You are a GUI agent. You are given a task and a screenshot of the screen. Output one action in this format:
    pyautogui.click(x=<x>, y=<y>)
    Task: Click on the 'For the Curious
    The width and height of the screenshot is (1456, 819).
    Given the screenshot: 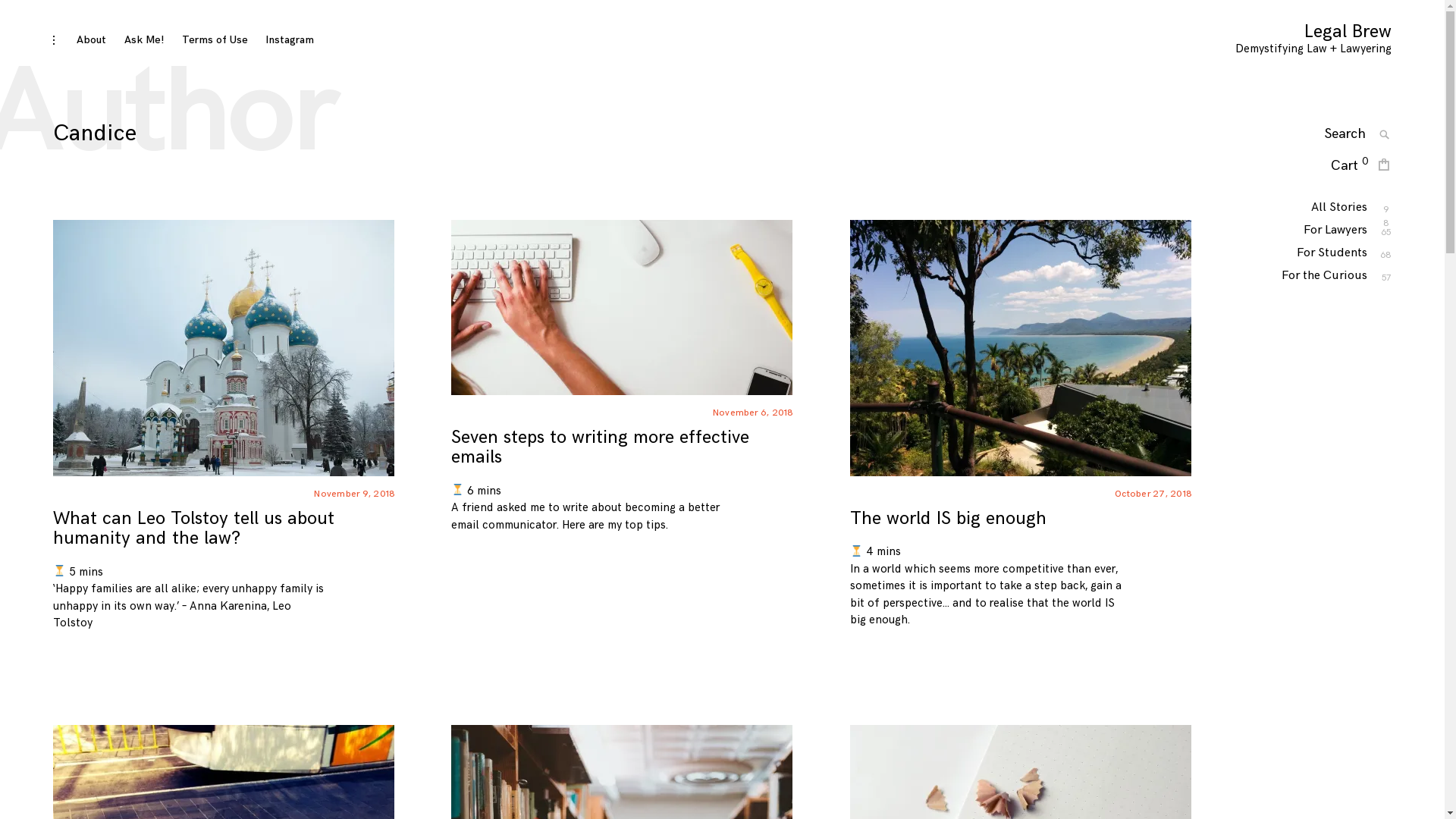 What is the action you would take?
    pyautogui.click(x=1323, y=275)
    